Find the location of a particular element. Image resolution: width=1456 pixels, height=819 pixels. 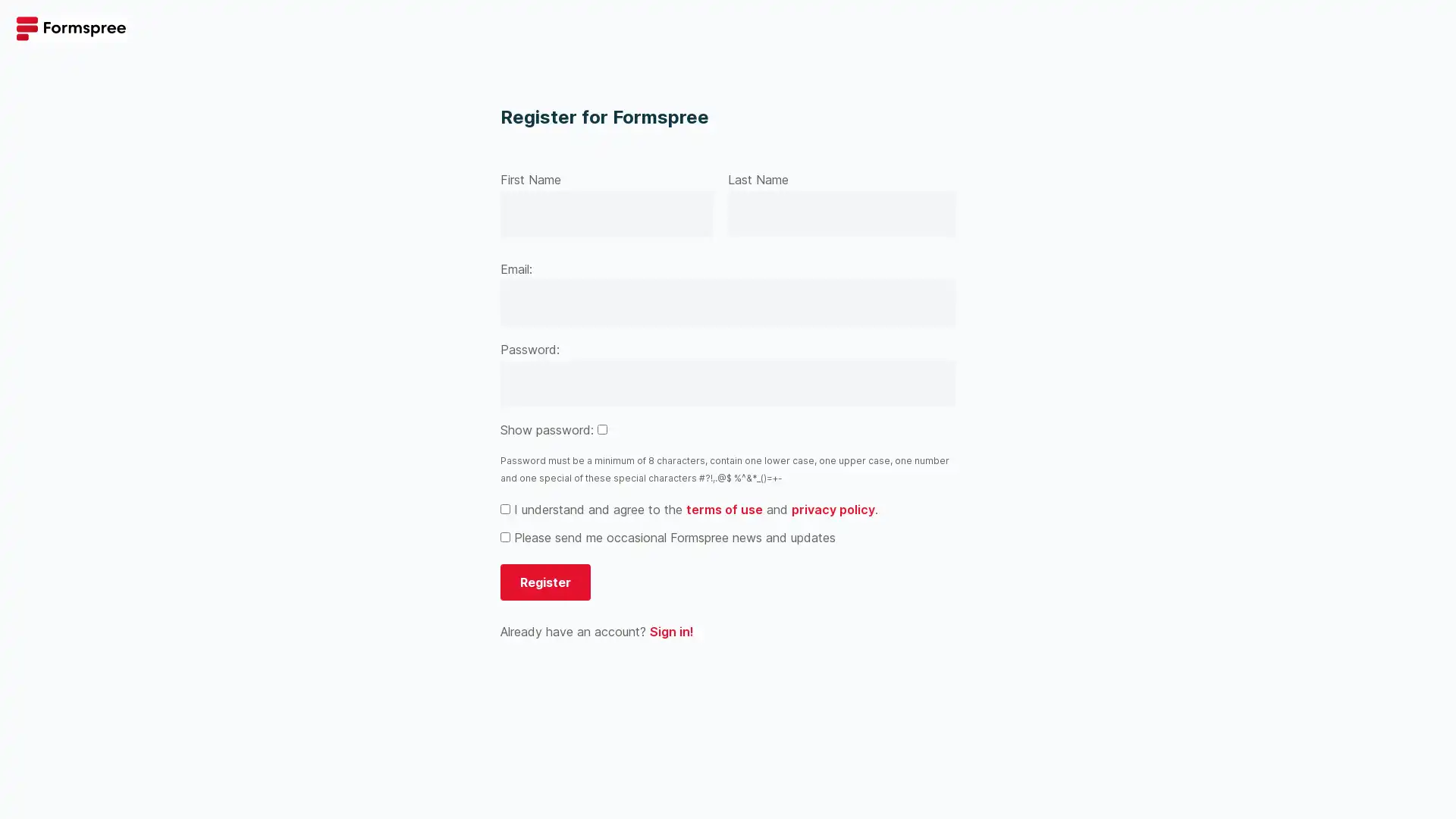

Register is located at coordinates (545, 581).